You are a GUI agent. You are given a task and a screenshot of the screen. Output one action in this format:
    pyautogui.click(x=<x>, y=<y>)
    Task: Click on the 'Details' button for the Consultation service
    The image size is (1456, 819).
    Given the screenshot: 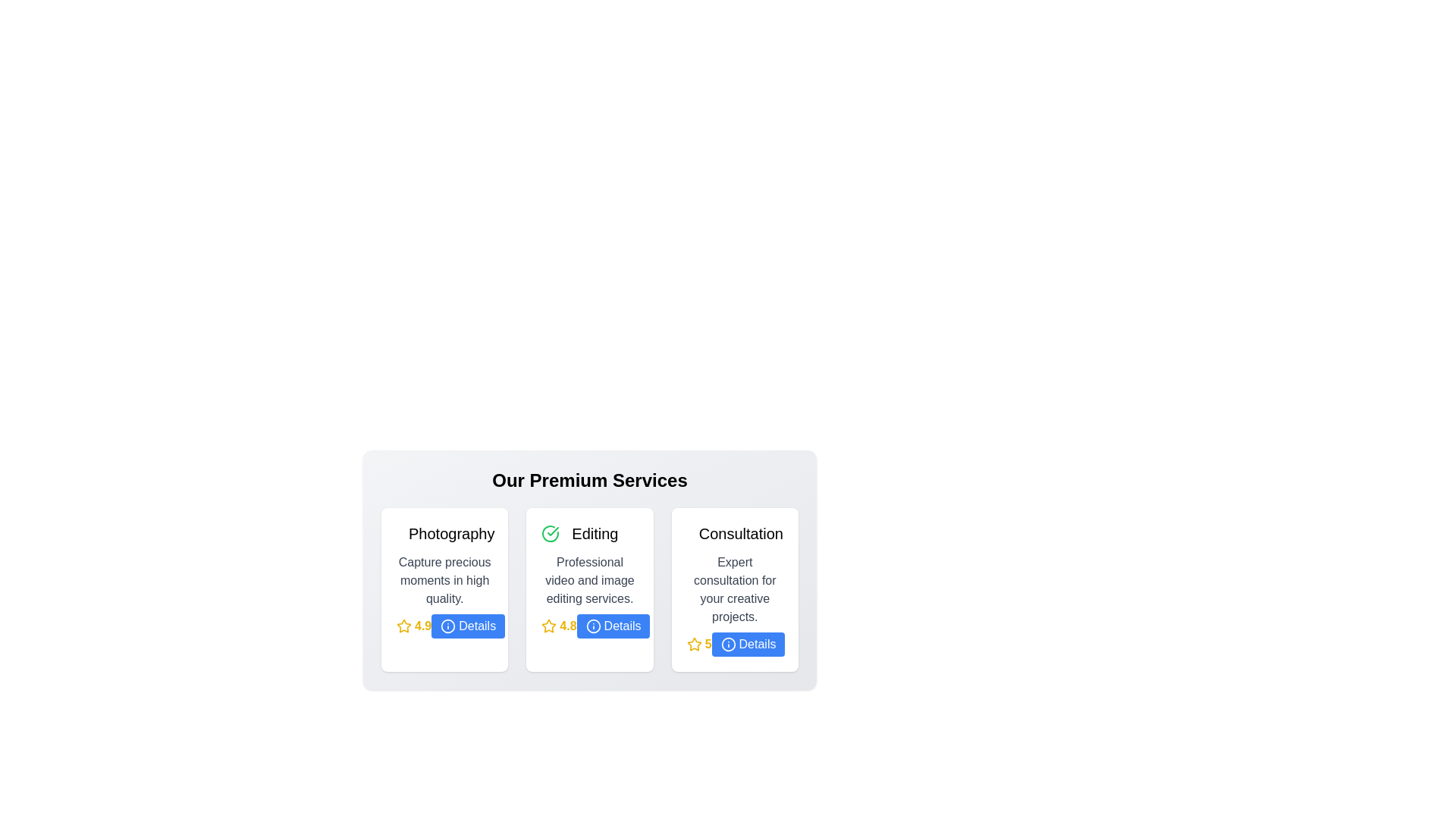 What is the action you would take?
    pyautogui.click(x=748, y=644)
    